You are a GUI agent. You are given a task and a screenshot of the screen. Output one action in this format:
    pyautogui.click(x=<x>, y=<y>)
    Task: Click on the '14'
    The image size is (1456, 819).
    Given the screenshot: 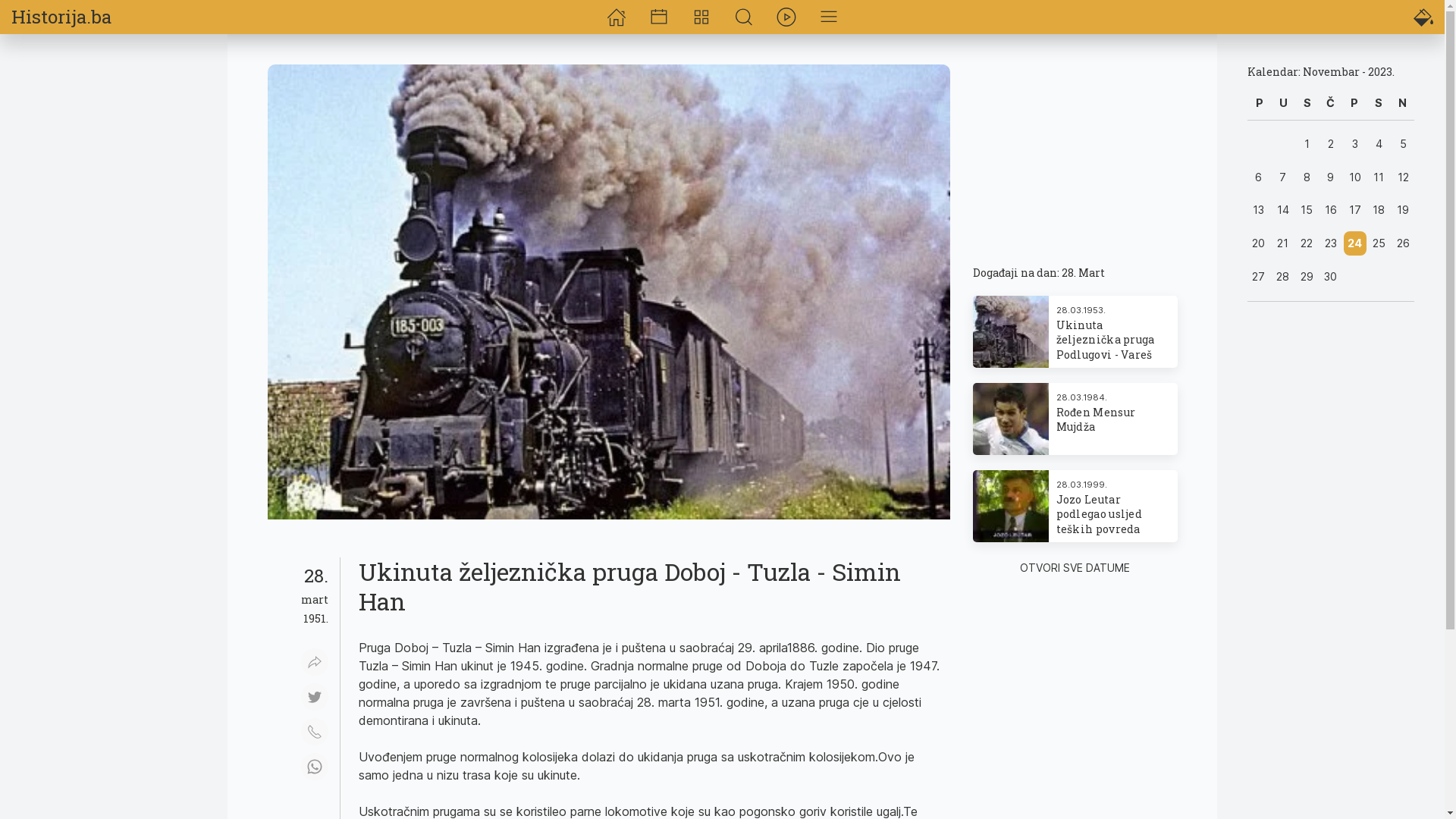 What is the action you would take?
    pyautogui.click(x=1282, y=210)
    